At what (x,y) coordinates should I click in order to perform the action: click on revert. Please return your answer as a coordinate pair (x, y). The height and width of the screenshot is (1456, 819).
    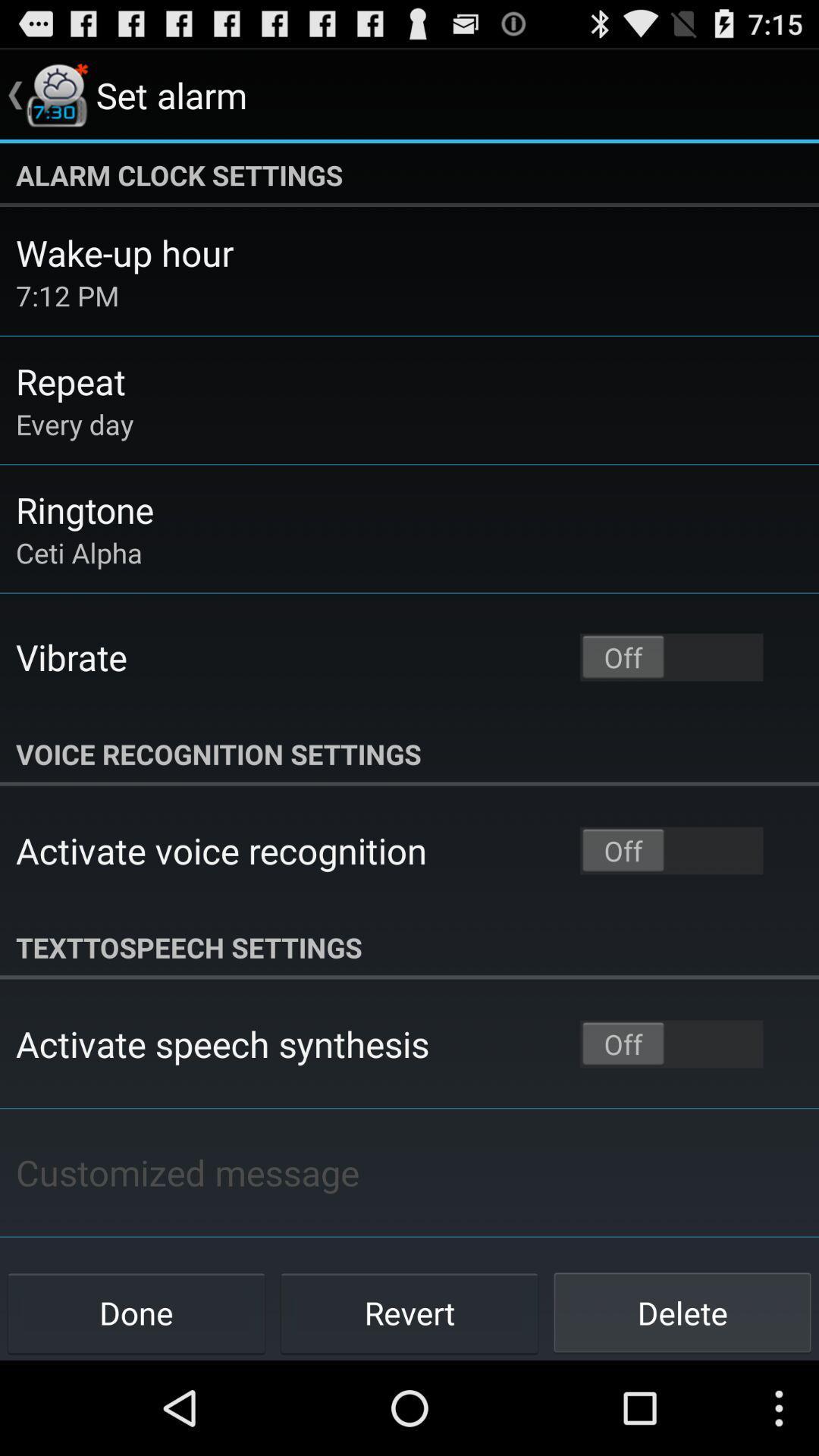
    Looking at the image, I should click on (409, 1312).